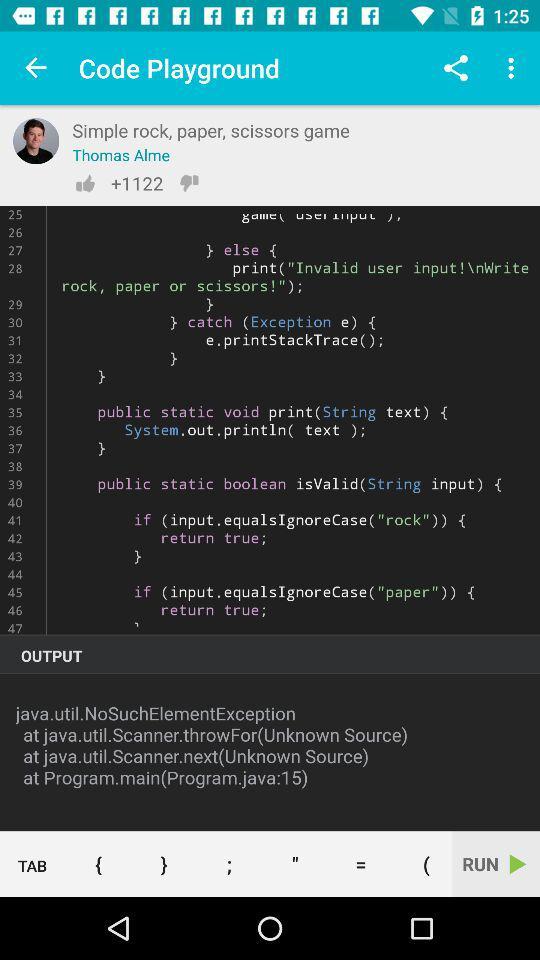 The image size is (540, 960). I want to click on the avatar icon, so click(36, 140).